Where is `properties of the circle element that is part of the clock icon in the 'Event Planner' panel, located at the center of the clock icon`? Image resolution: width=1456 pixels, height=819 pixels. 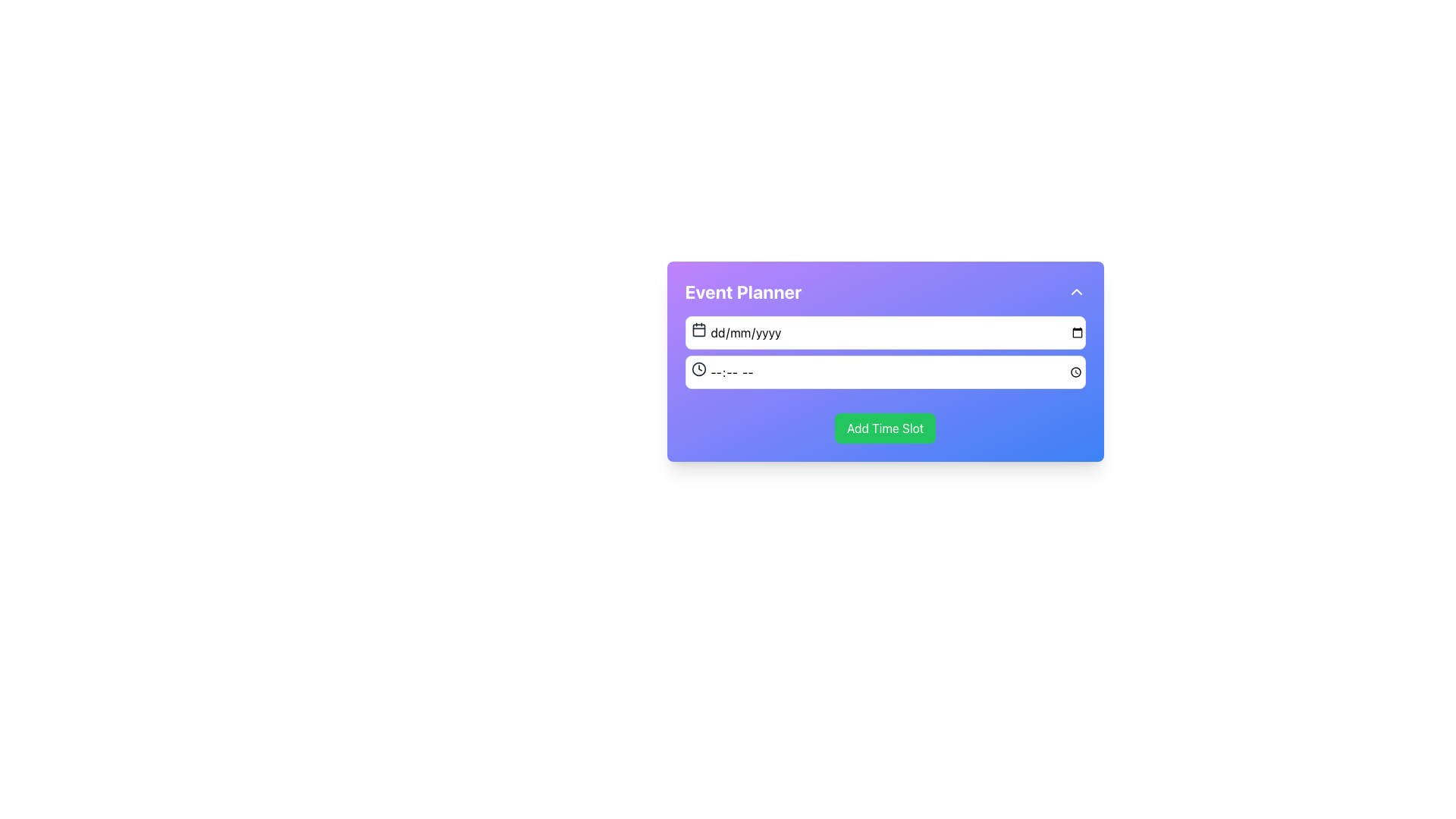 properties of the circle element that is part of the clock icon in the 'Event Planner' panel, located at the center of the clock icon is located at coordinates (698, 369).